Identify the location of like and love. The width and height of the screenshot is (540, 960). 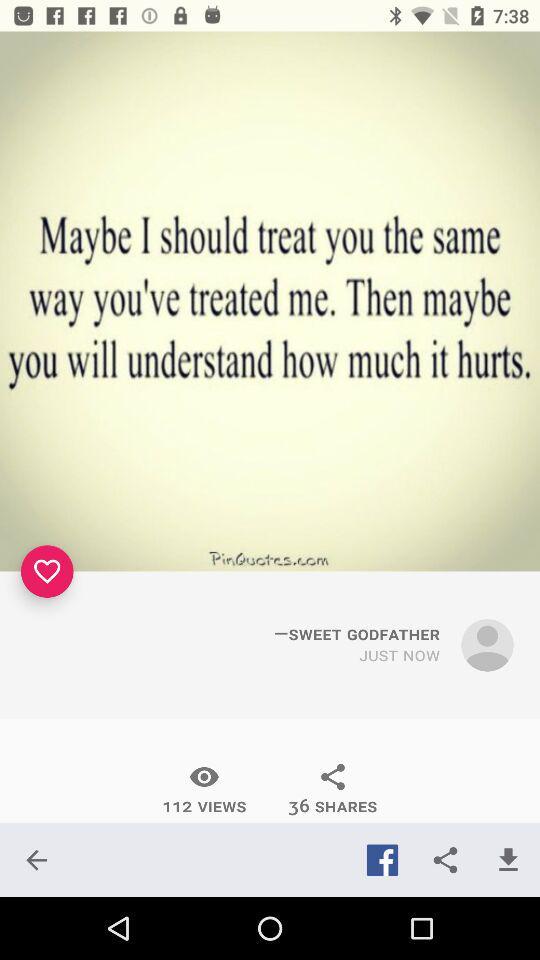
(47, 571).